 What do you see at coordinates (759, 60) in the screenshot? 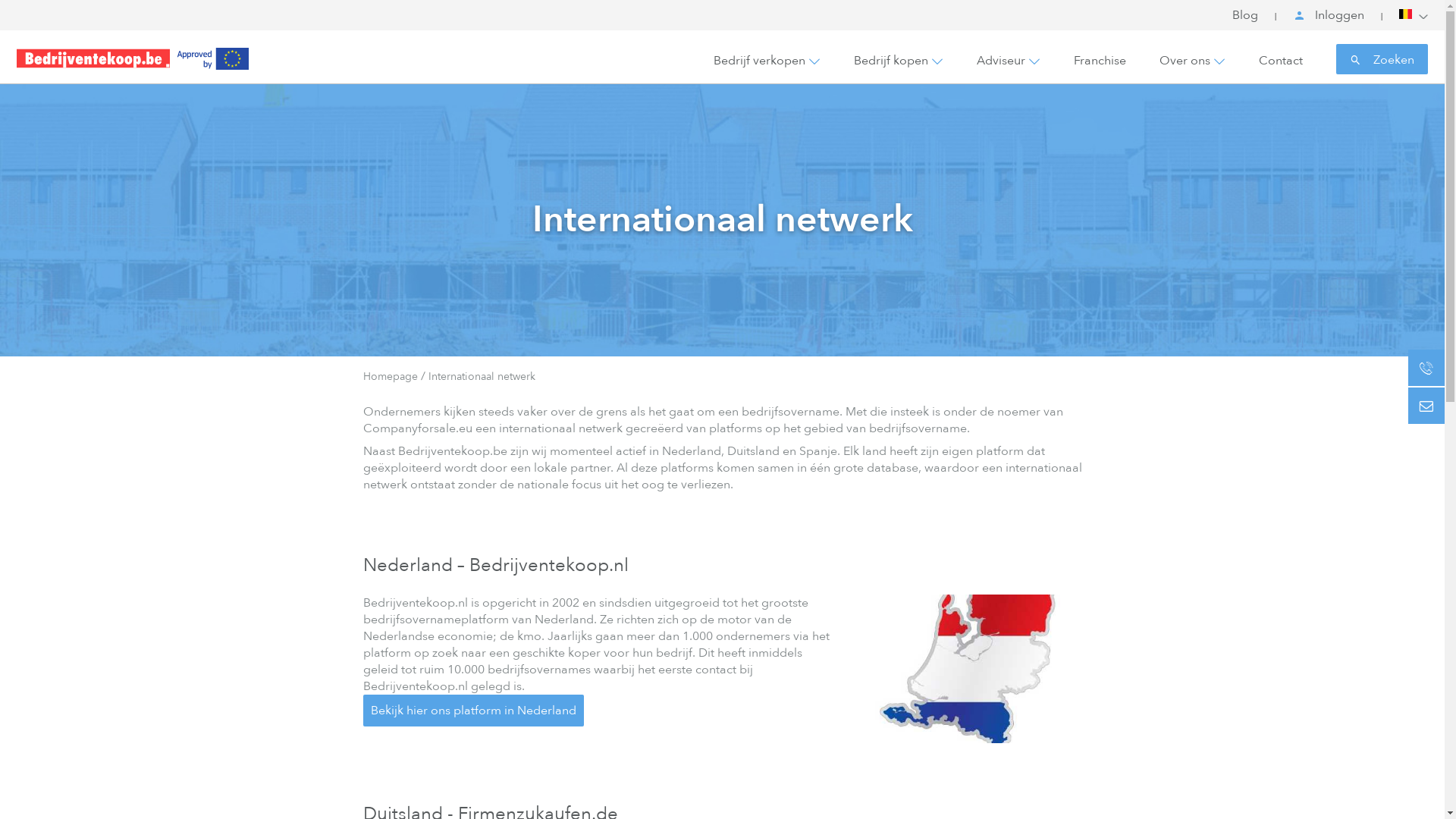
I see `'Bedrijf verkopen'` at bounding box center [759, 60].